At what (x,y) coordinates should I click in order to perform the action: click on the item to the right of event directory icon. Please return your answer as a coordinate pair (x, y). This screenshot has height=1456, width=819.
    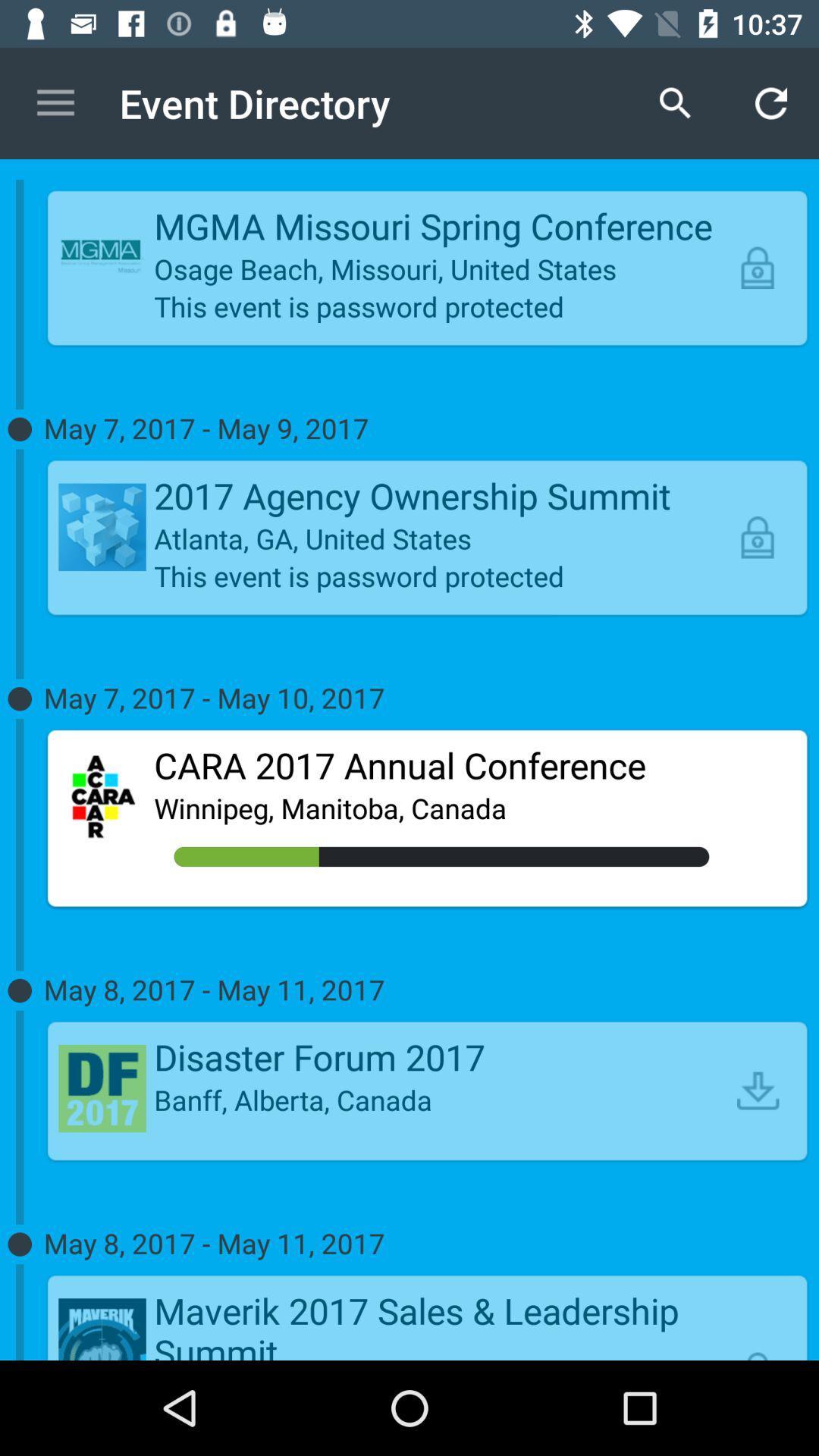
    Looking at the image, I should click on (675, 102).